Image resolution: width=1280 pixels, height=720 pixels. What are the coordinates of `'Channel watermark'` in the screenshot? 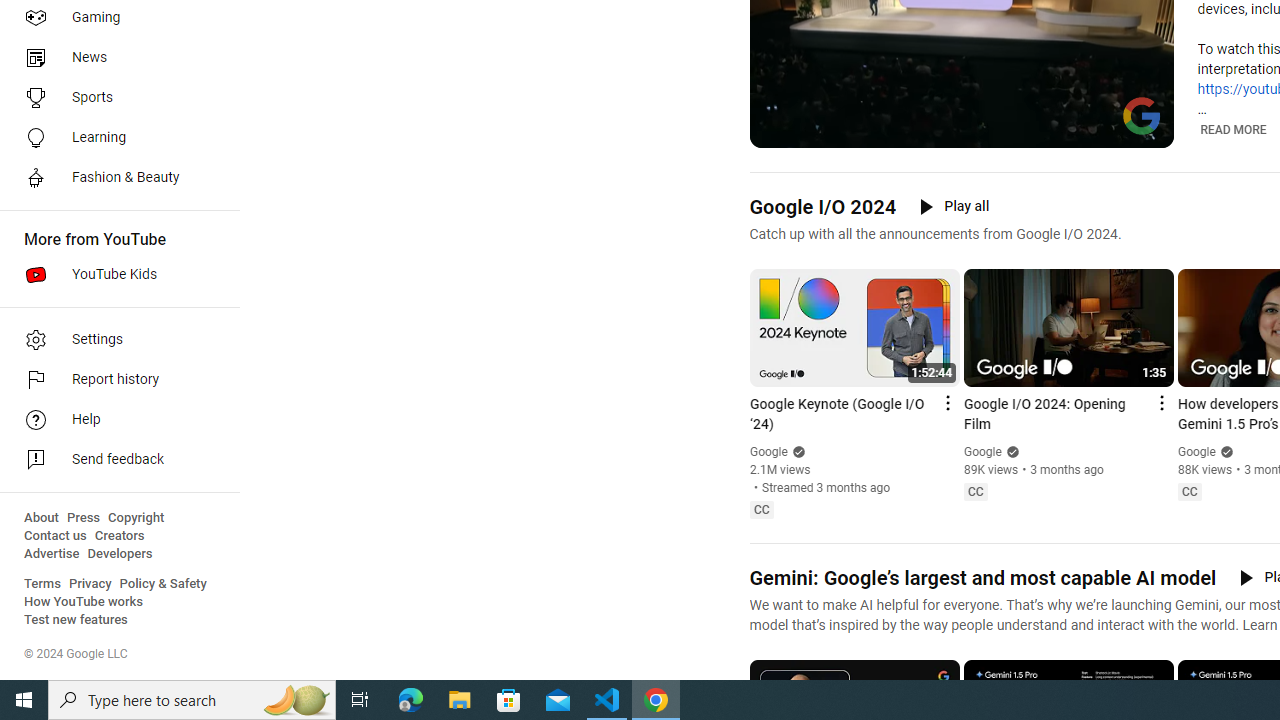 It's located at (1141, 115).